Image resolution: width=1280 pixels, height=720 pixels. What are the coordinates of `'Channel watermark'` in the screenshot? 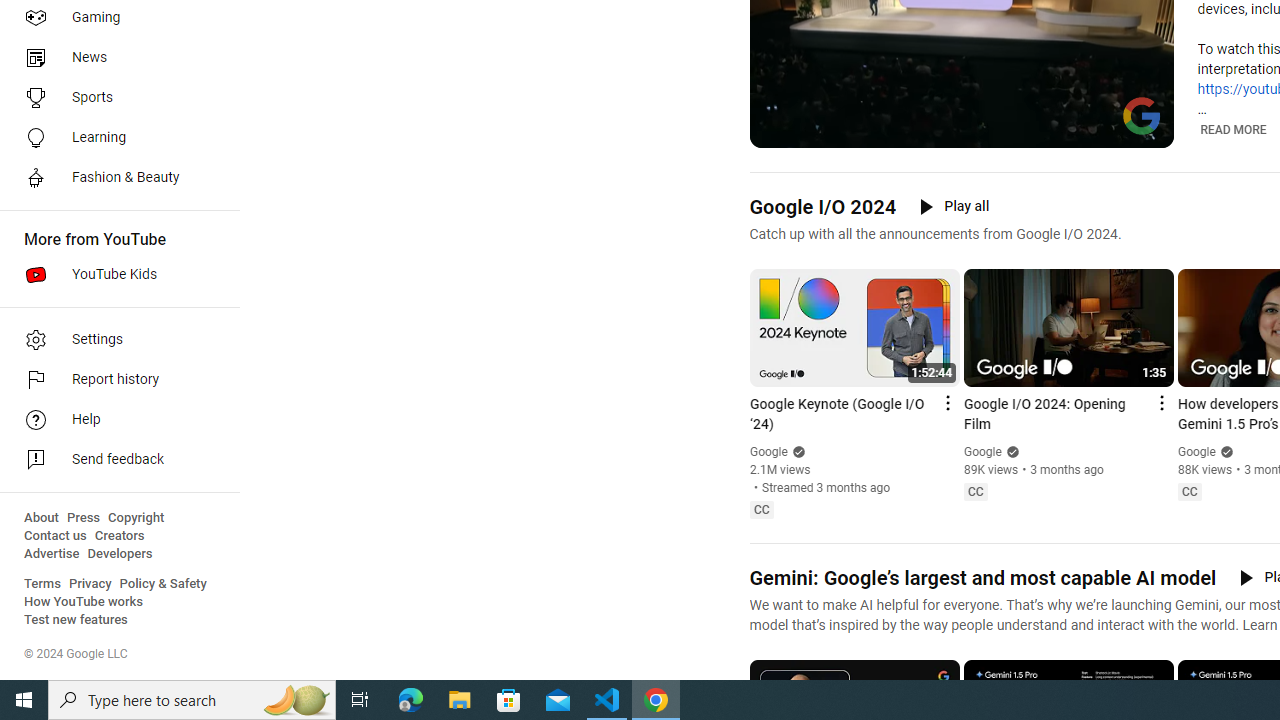 It's located at (1141, 115).